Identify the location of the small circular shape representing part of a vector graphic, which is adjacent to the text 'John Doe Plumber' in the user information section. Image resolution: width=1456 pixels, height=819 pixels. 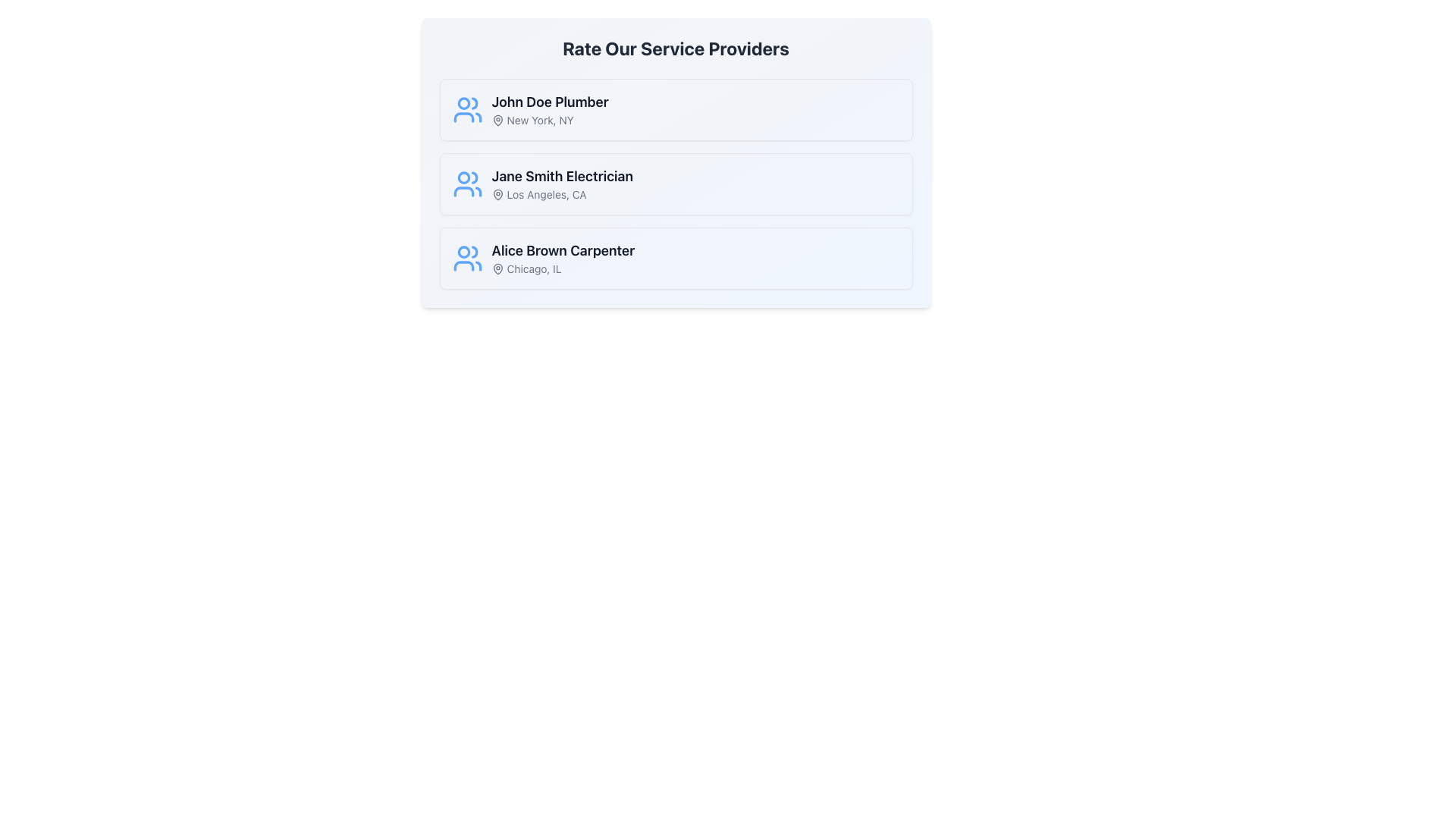
(463, 102).